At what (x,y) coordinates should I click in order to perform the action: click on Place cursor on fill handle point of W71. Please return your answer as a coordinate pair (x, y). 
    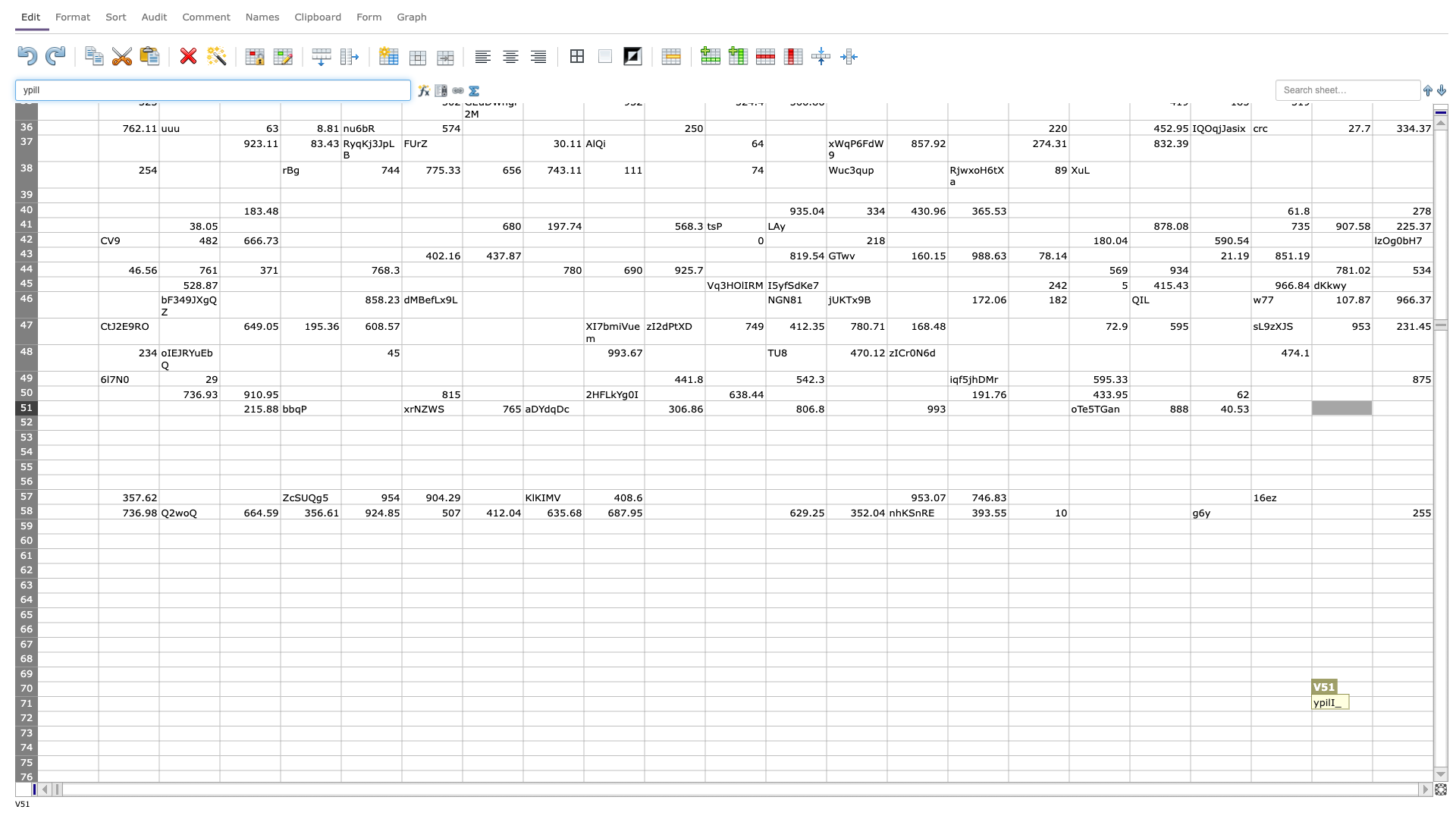
    Looking at the image, I should click on (1432, 711).